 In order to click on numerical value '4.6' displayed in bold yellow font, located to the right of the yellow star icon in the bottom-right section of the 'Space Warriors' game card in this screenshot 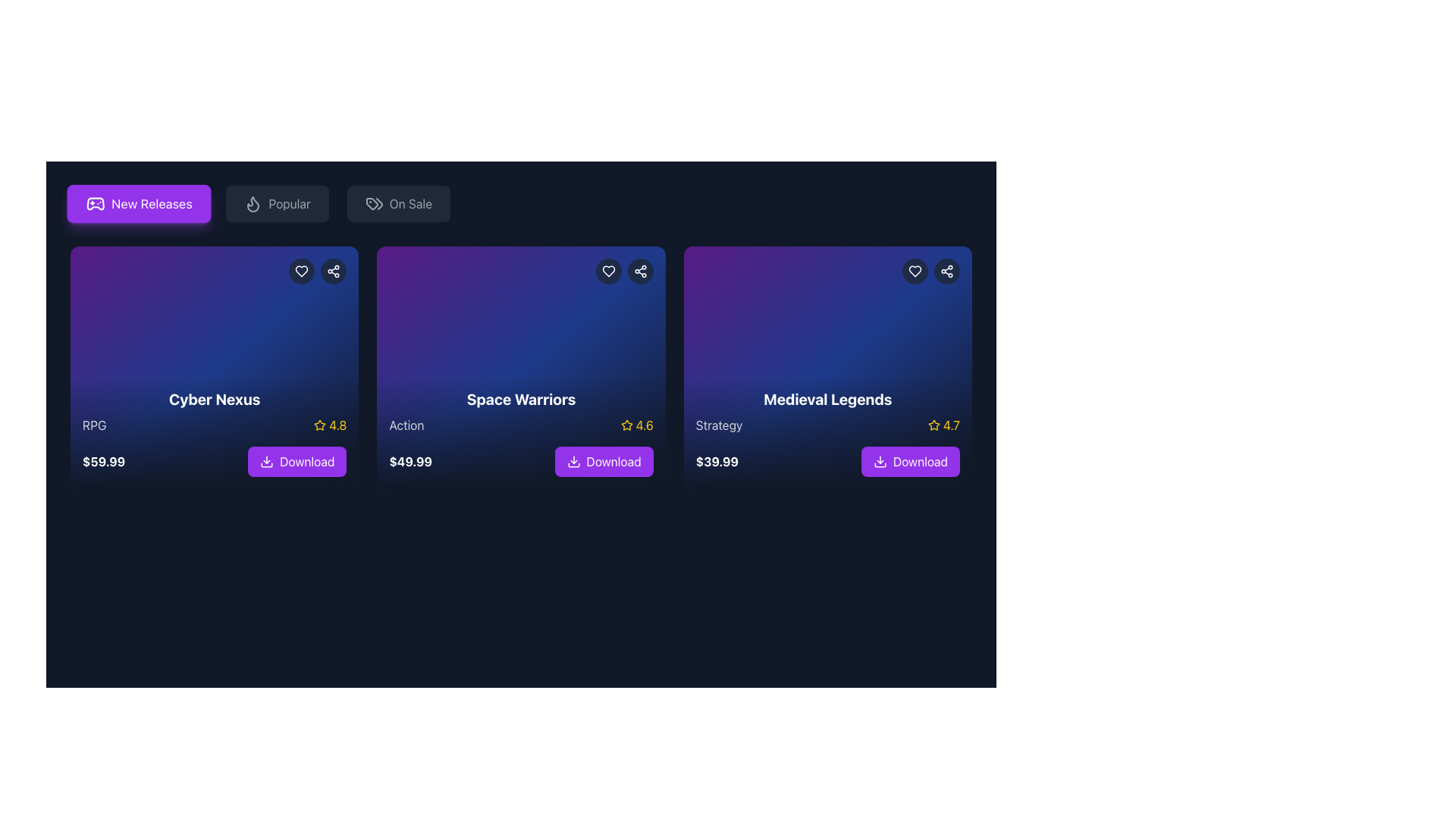, I will do `click(645, 425)`.